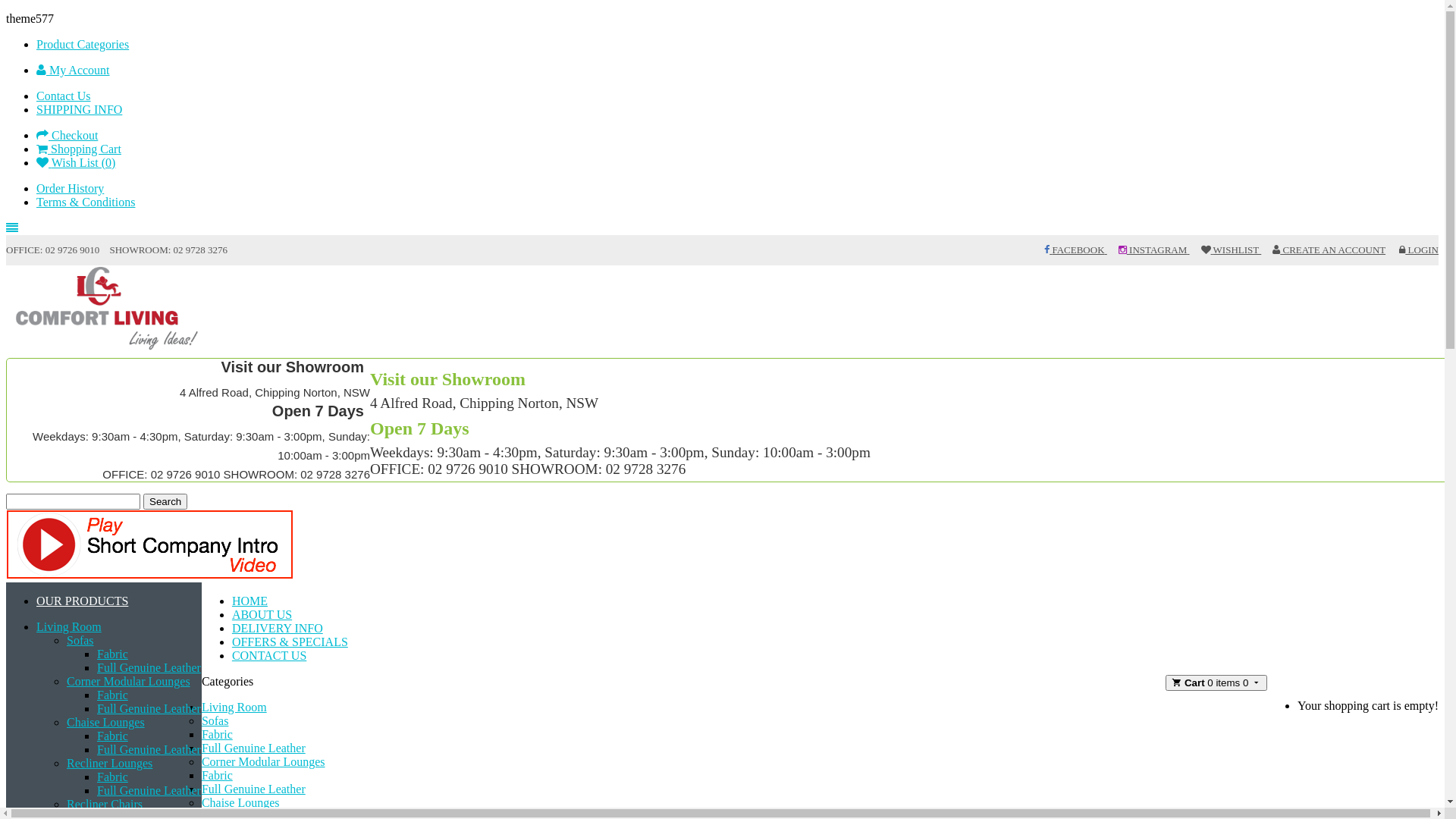 This screenshot has width=1456, height=819. I want to click on 'Wish List (0)', so click(75, 162).